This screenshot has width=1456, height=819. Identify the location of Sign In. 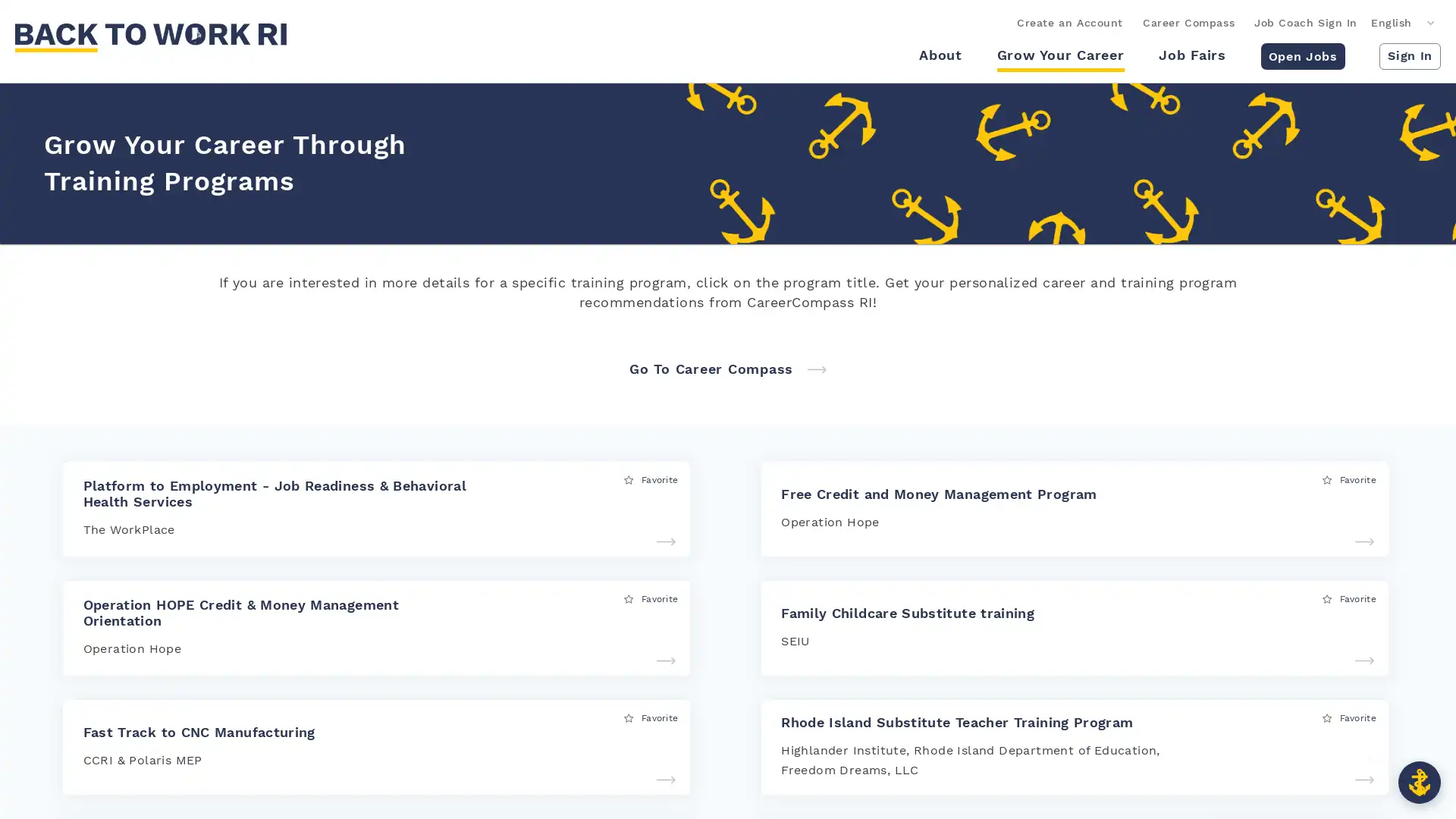
(1409, 55).